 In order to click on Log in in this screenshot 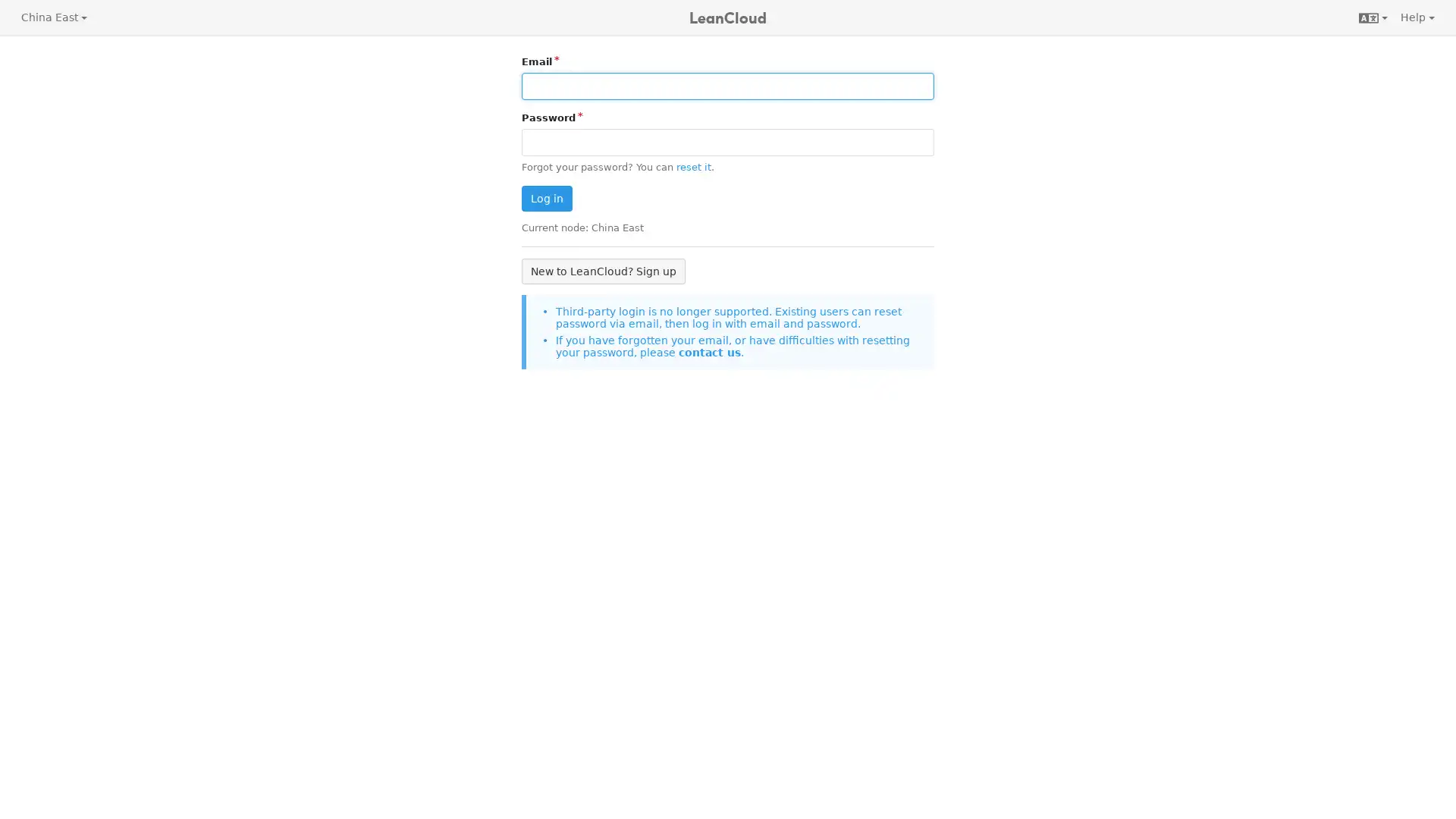, I will do `click(546, 198)`.